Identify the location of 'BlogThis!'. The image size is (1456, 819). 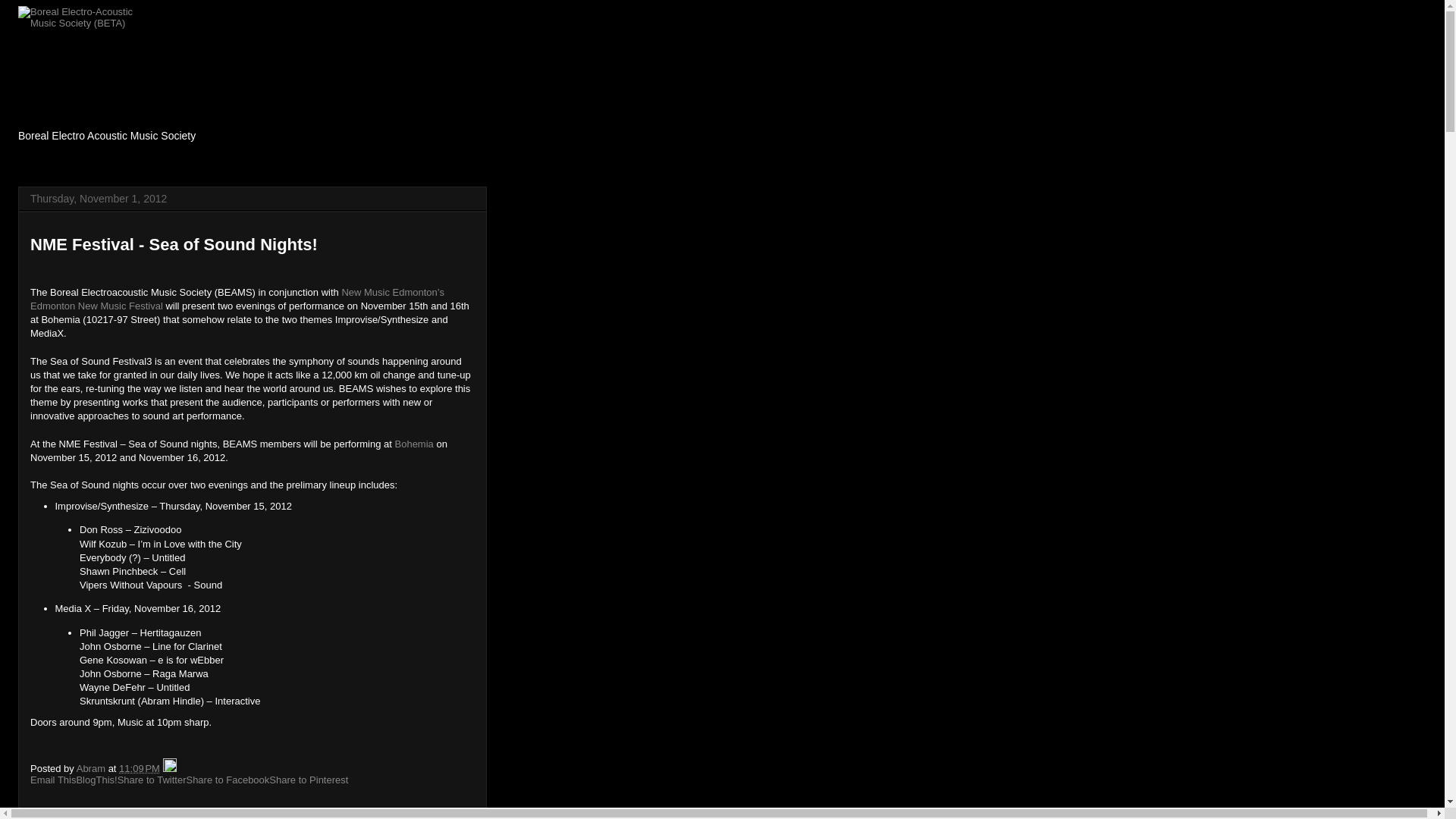
(95, 780).